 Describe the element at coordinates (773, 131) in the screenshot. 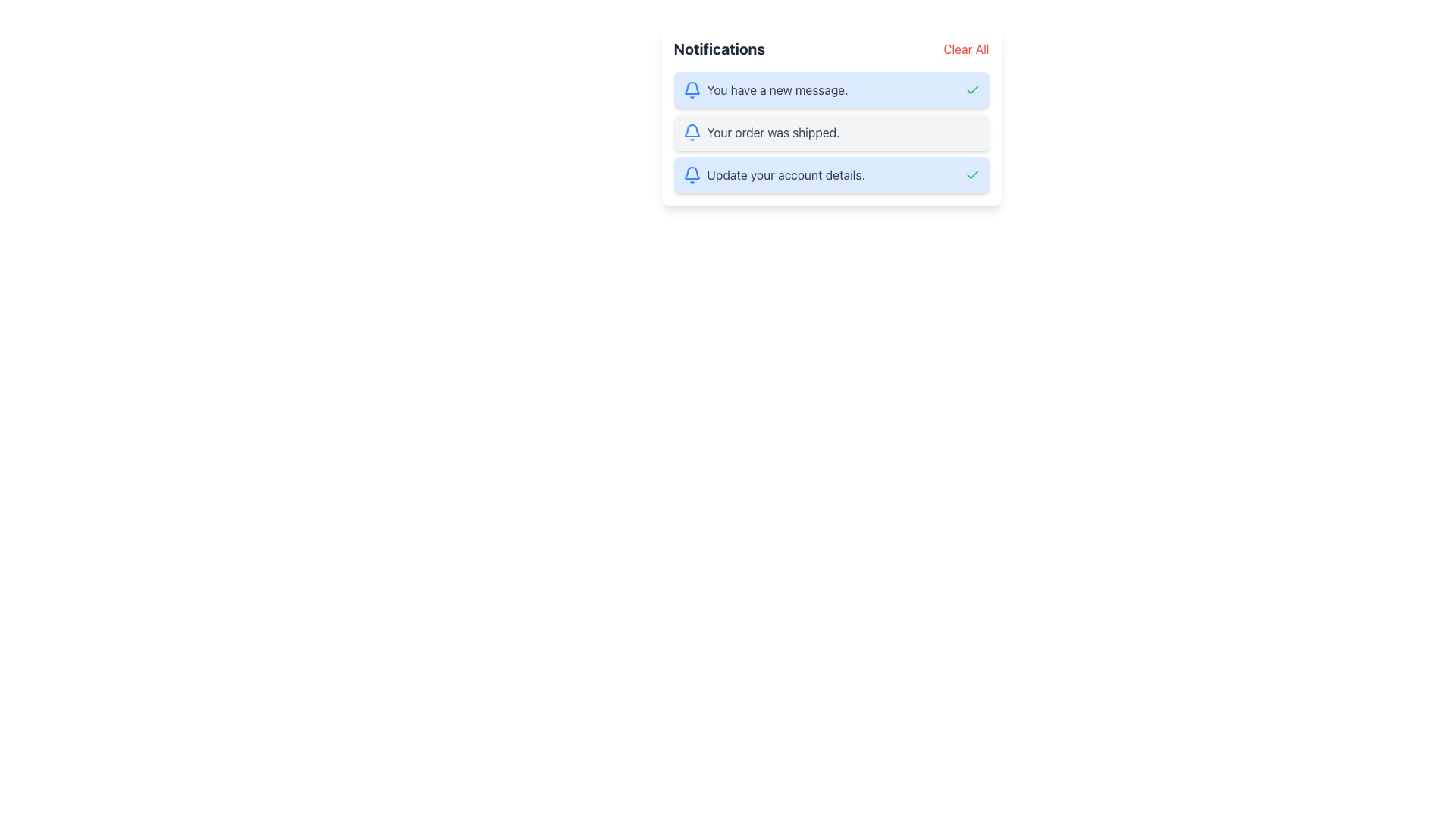

I see `informational text label indicating a shipped order, which is the second notification card in a vertical stack of three cards, positioned below 'You have a new message.' and above 'Update your account details.'` at that location.